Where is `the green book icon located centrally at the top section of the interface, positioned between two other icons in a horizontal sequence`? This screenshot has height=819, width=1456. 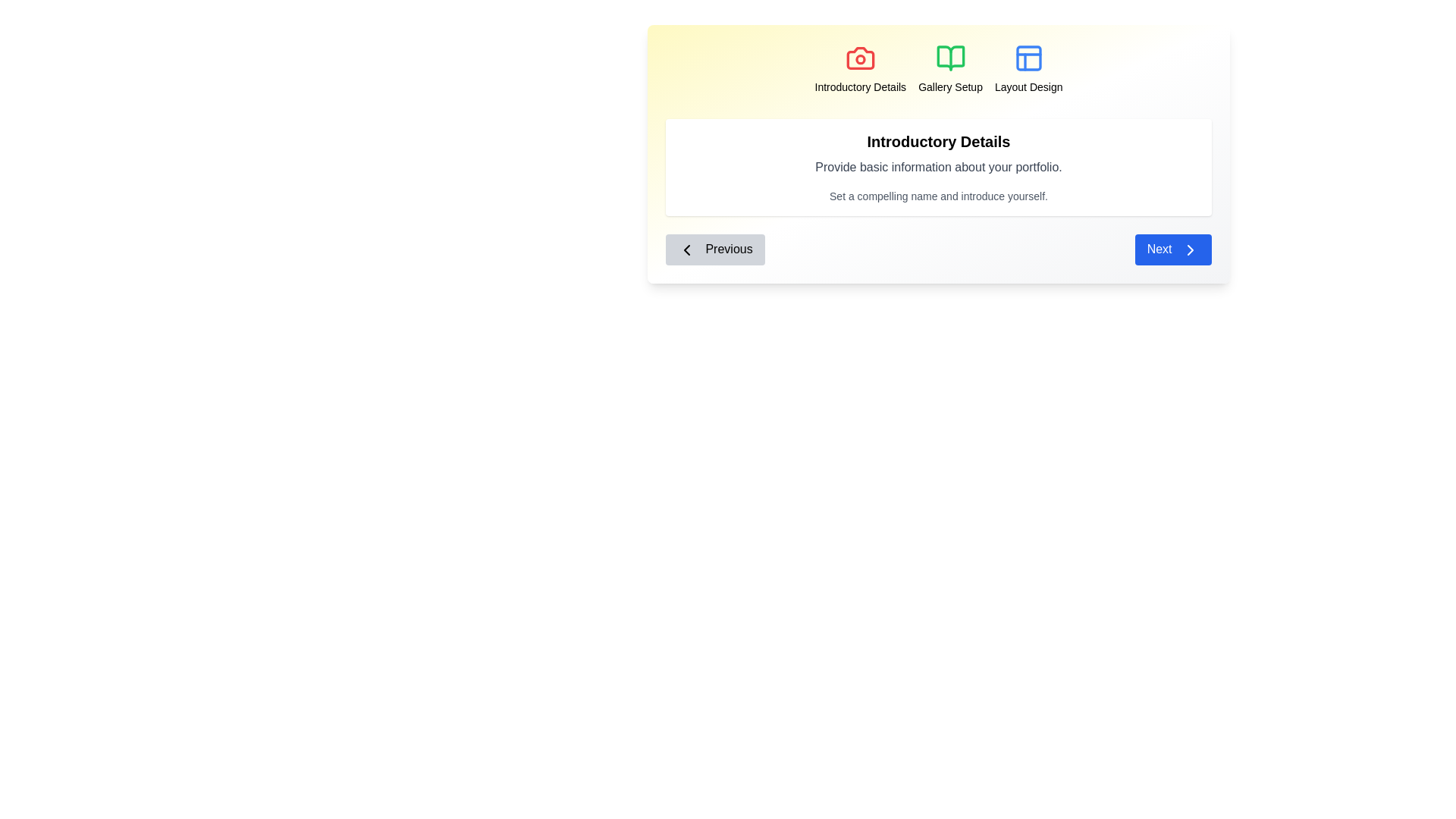 the green book icon located centrally at the top section of the interface, positioned between two other icons in a horizontal sequence is located at coordinates (949, 58).